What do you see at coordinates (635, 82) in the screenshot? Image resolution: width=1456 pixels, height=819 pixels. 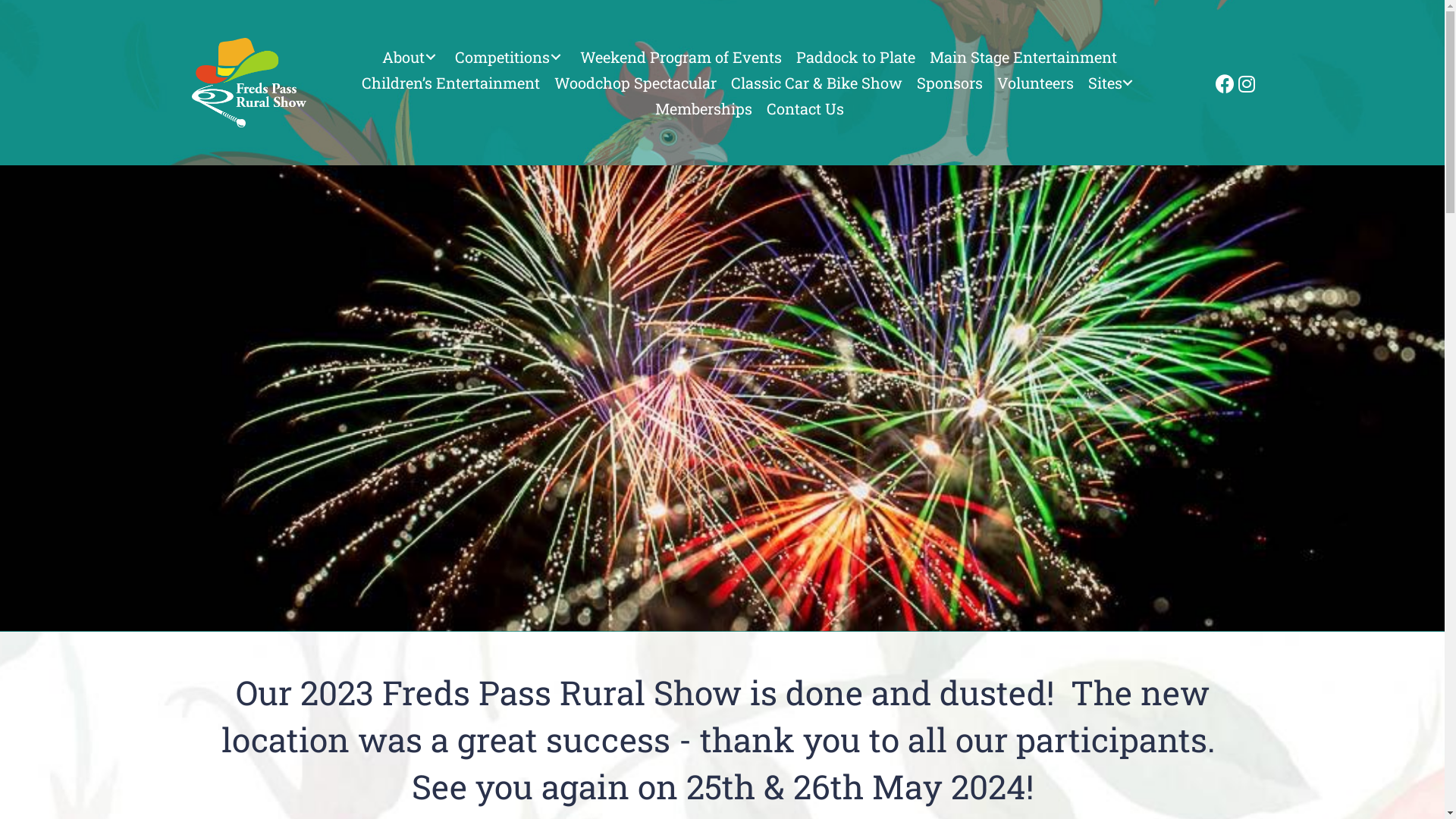 I see `'Woodchop Spectacular'` at bounding box center [635, 82].